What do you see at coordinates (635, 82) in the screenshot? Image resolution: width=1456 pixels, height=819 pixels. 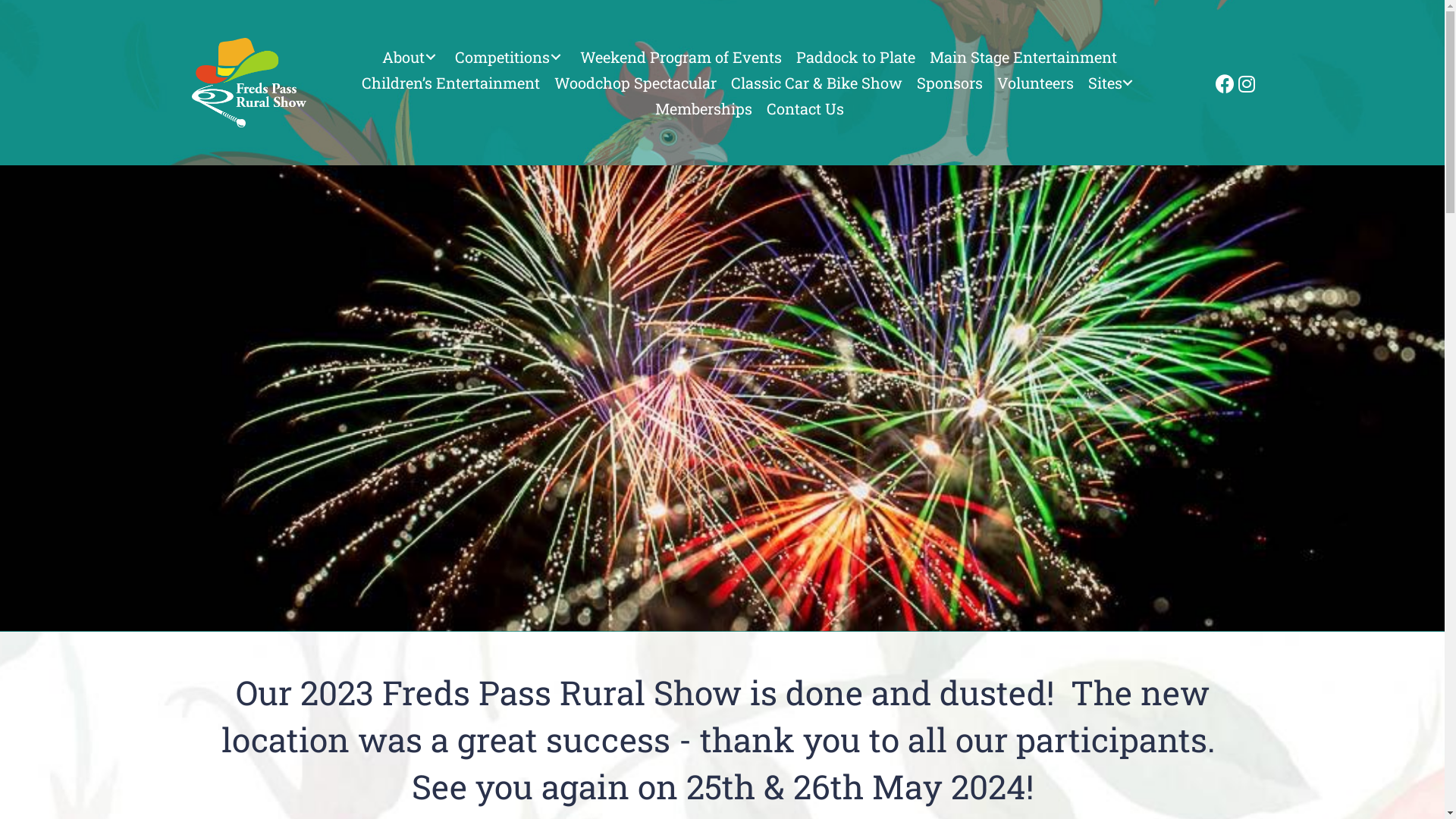 I see `'Woodchop Spectacular'` at bounding box center [635, 82].